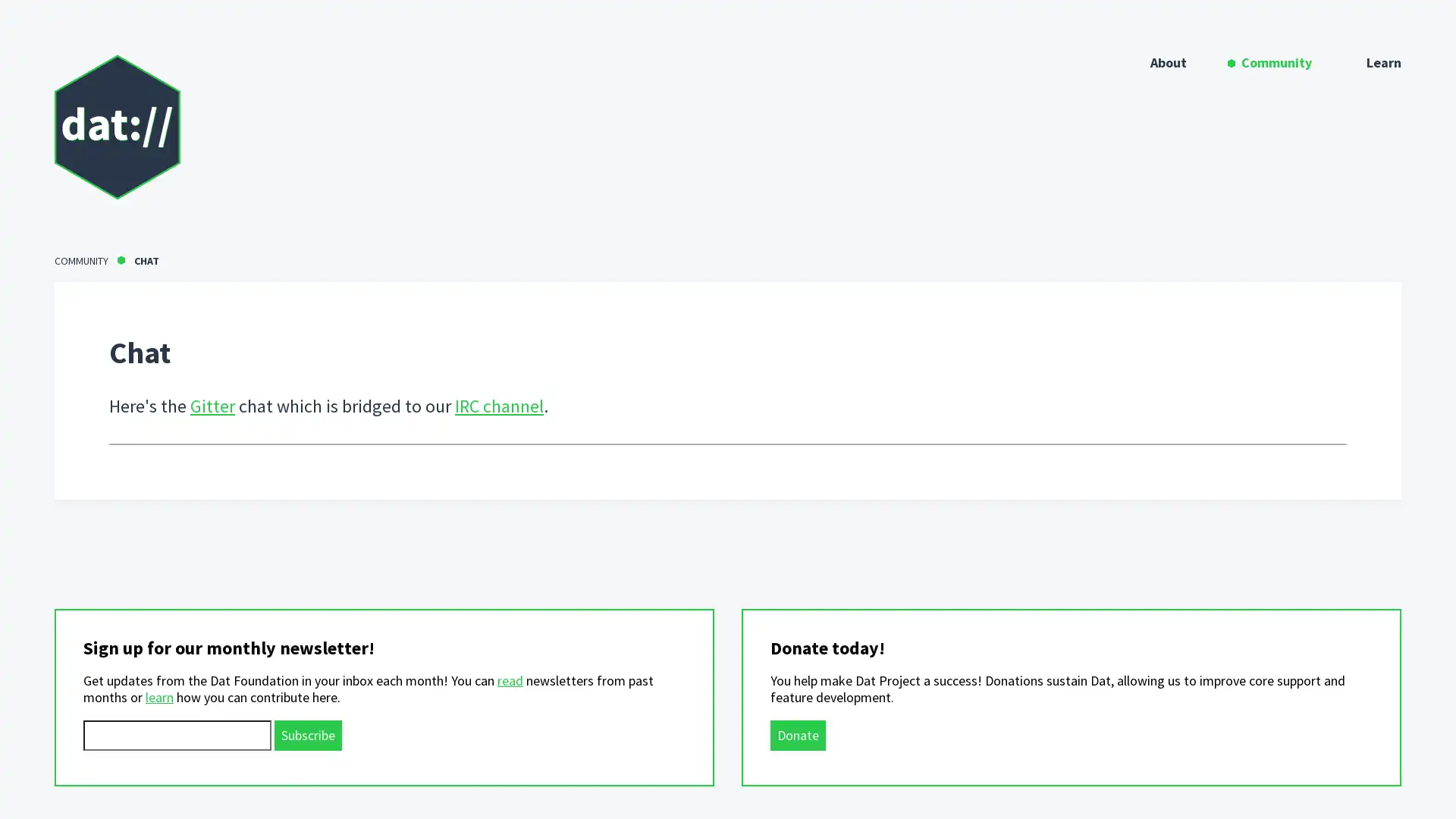 The image size is (1456, 819). I want to click on Subscribe, so click(307, 734).